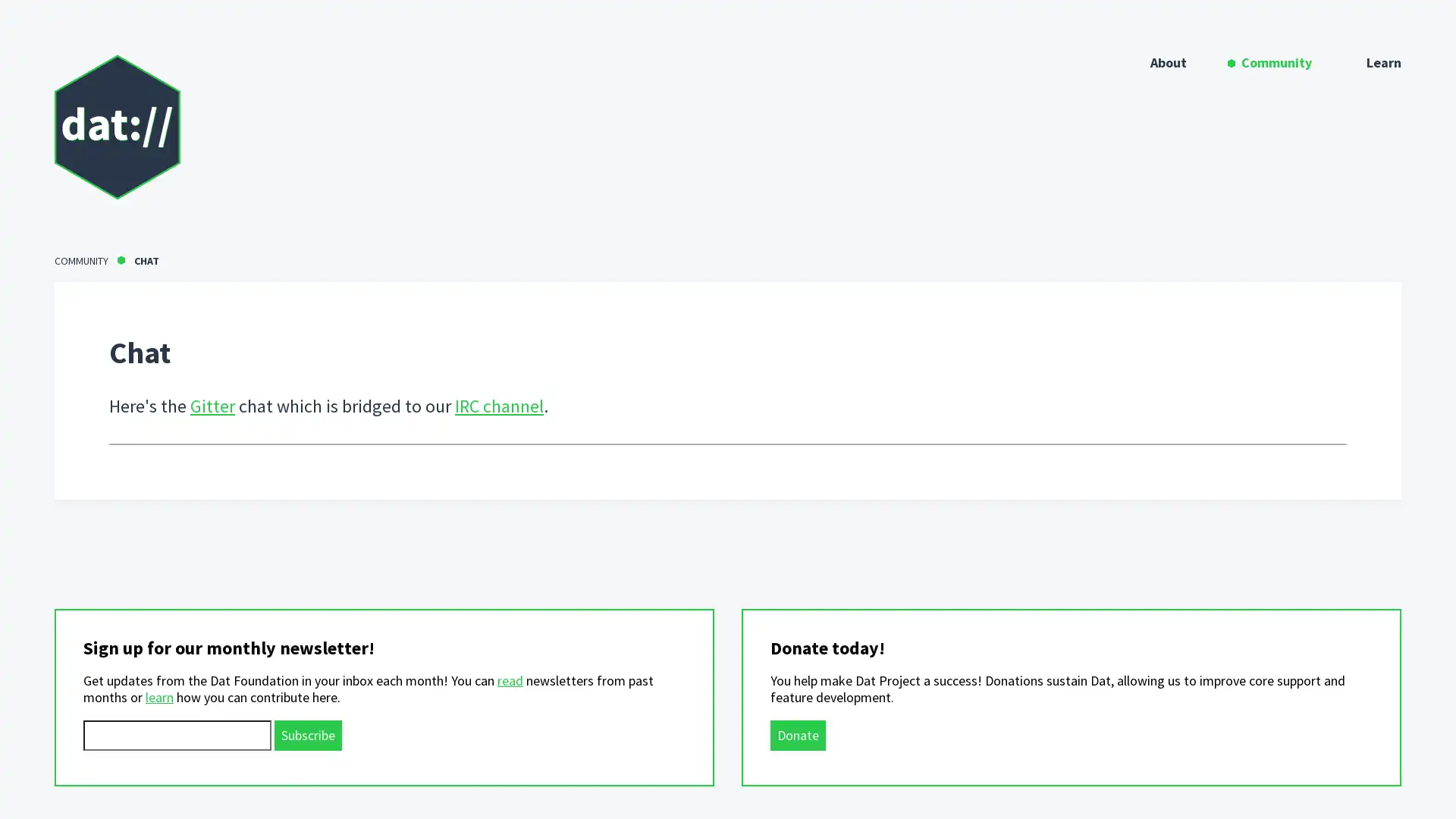 The image size is (1456, 819). I want to click on Subscribe, so click(307, 734).